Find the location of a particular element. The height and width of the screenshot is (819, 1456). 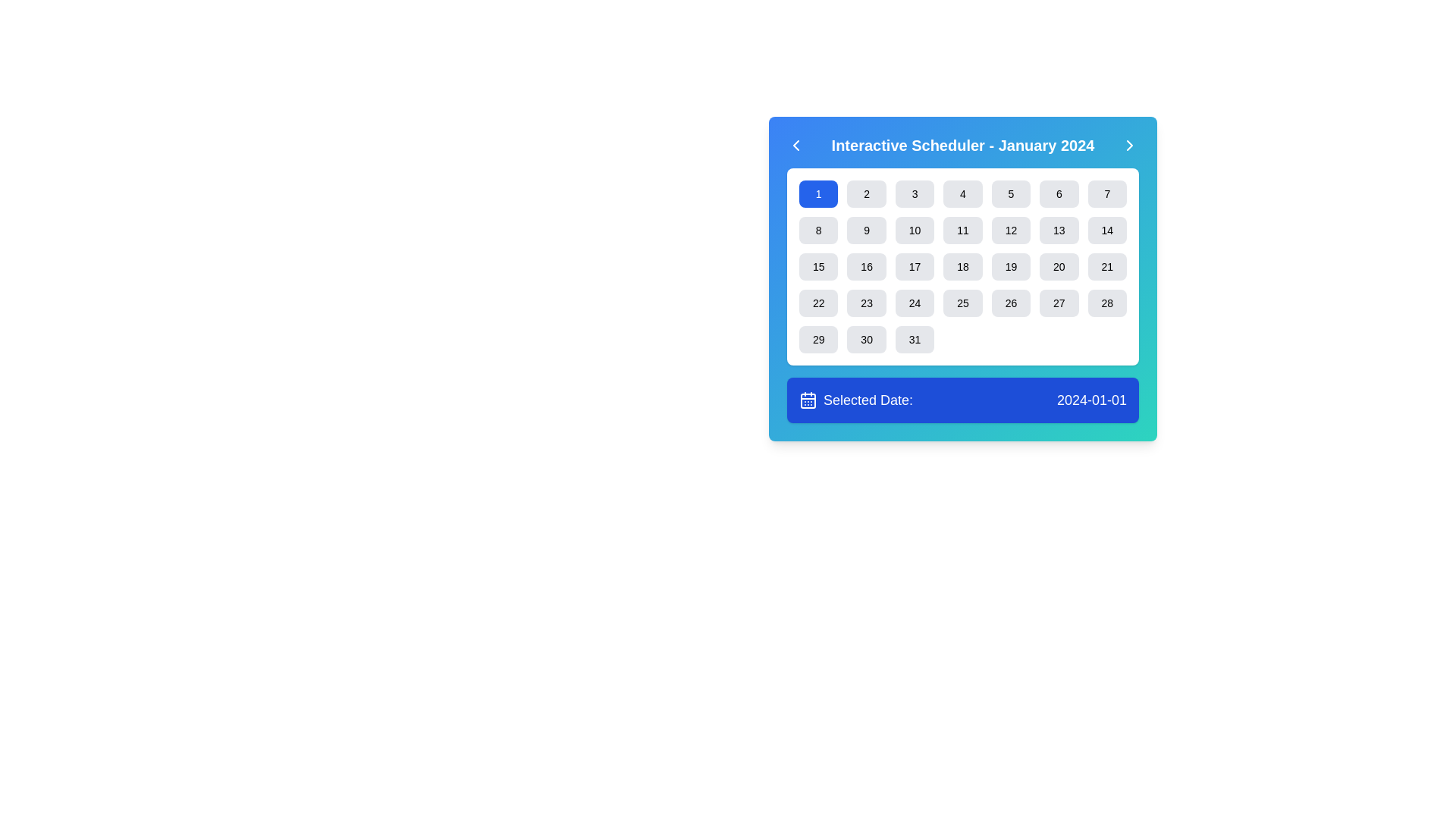

the button representing the date '5' in the calendar interface is located at coordinates (1011, 193).